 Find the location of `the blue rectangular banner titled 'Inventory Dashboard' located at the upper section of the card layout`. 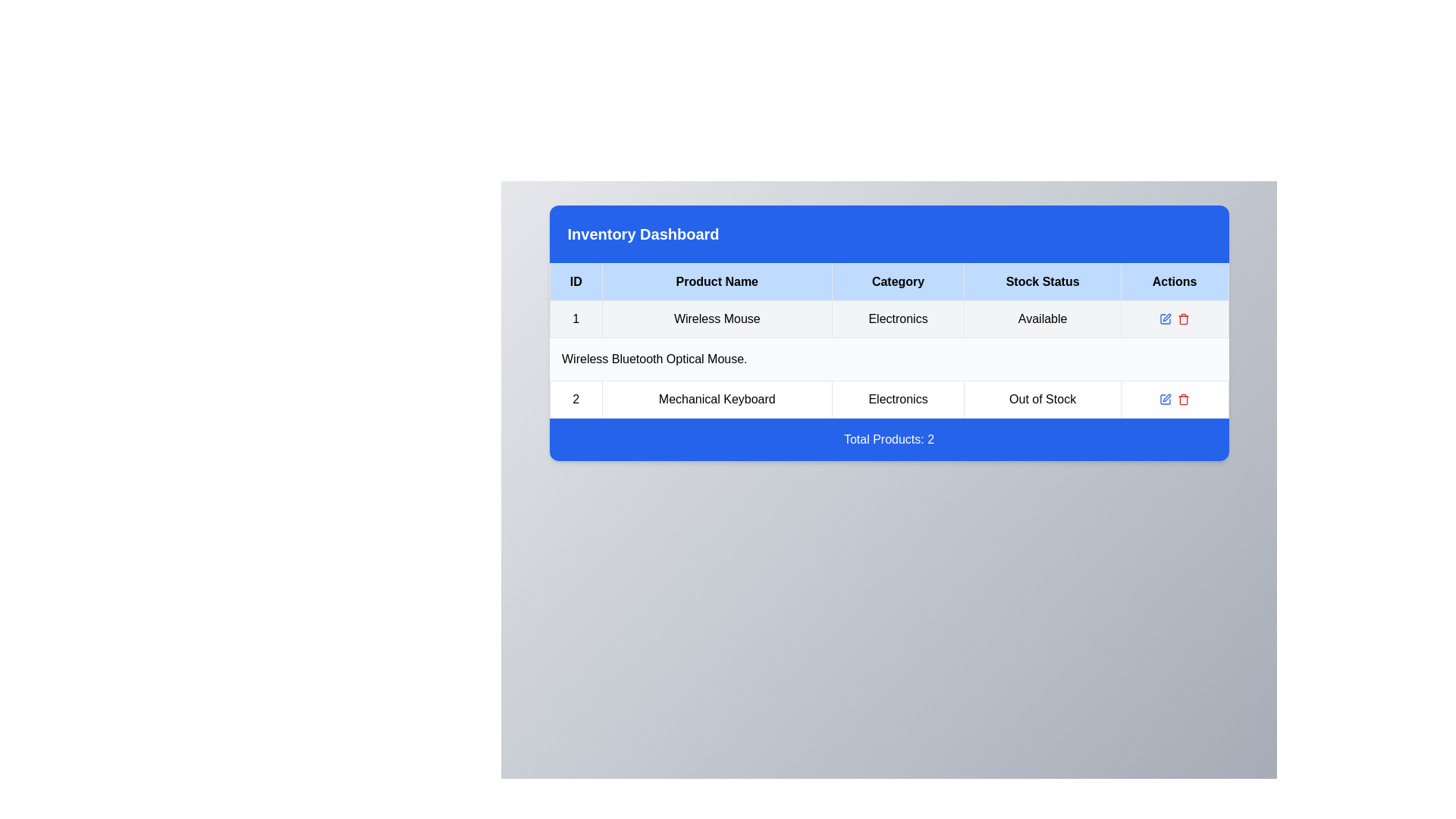

the blue rectangular banner titled 'Inventory Dashboard' located at the upper section of the card layout is located at coordinates (889, 234).